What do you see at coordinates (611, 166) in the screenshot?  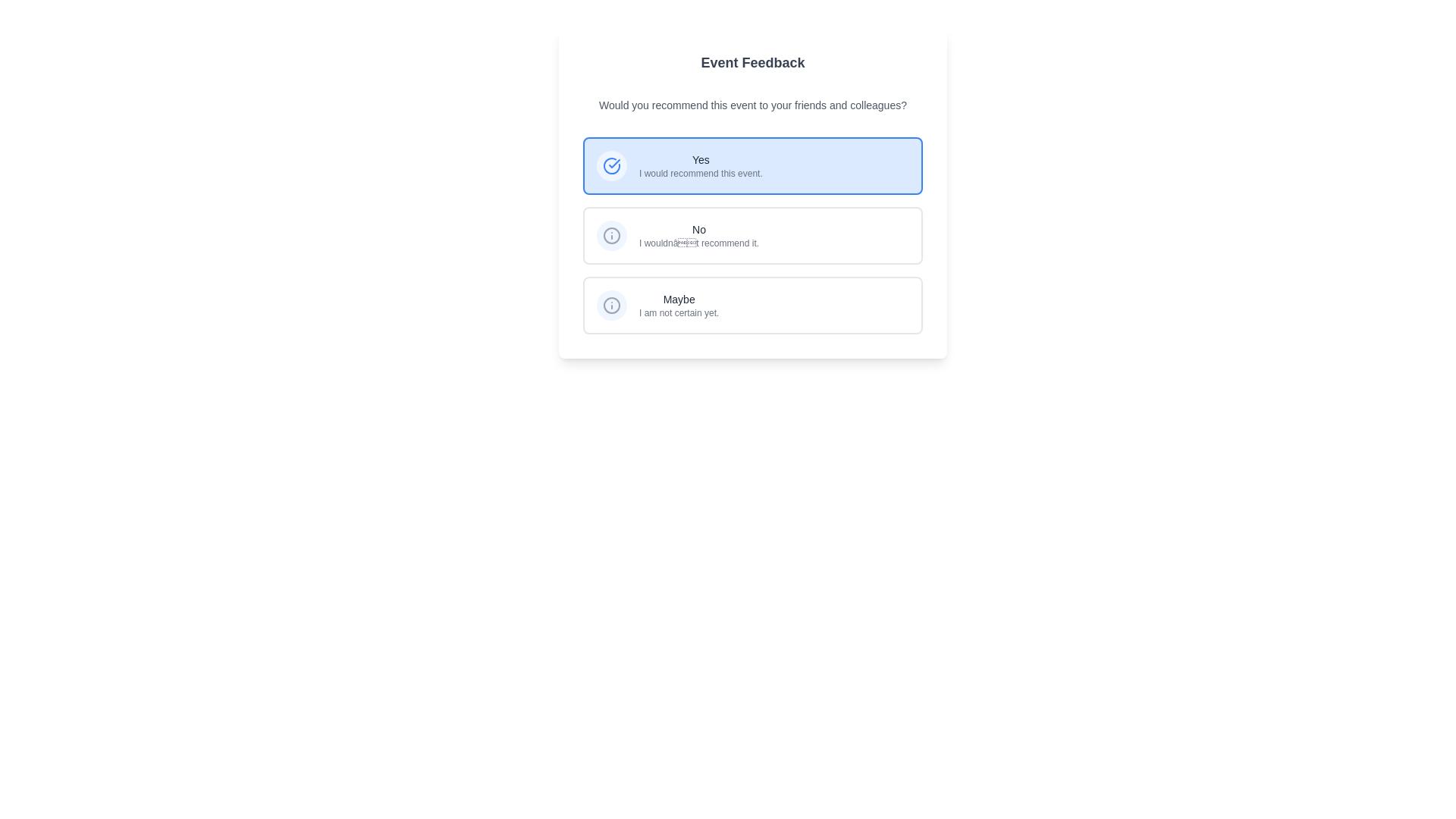 I see `the 'Yes' selection icon in the Event Feedback interface, which indicates that the option is selected` at bounding box center [611, 166].